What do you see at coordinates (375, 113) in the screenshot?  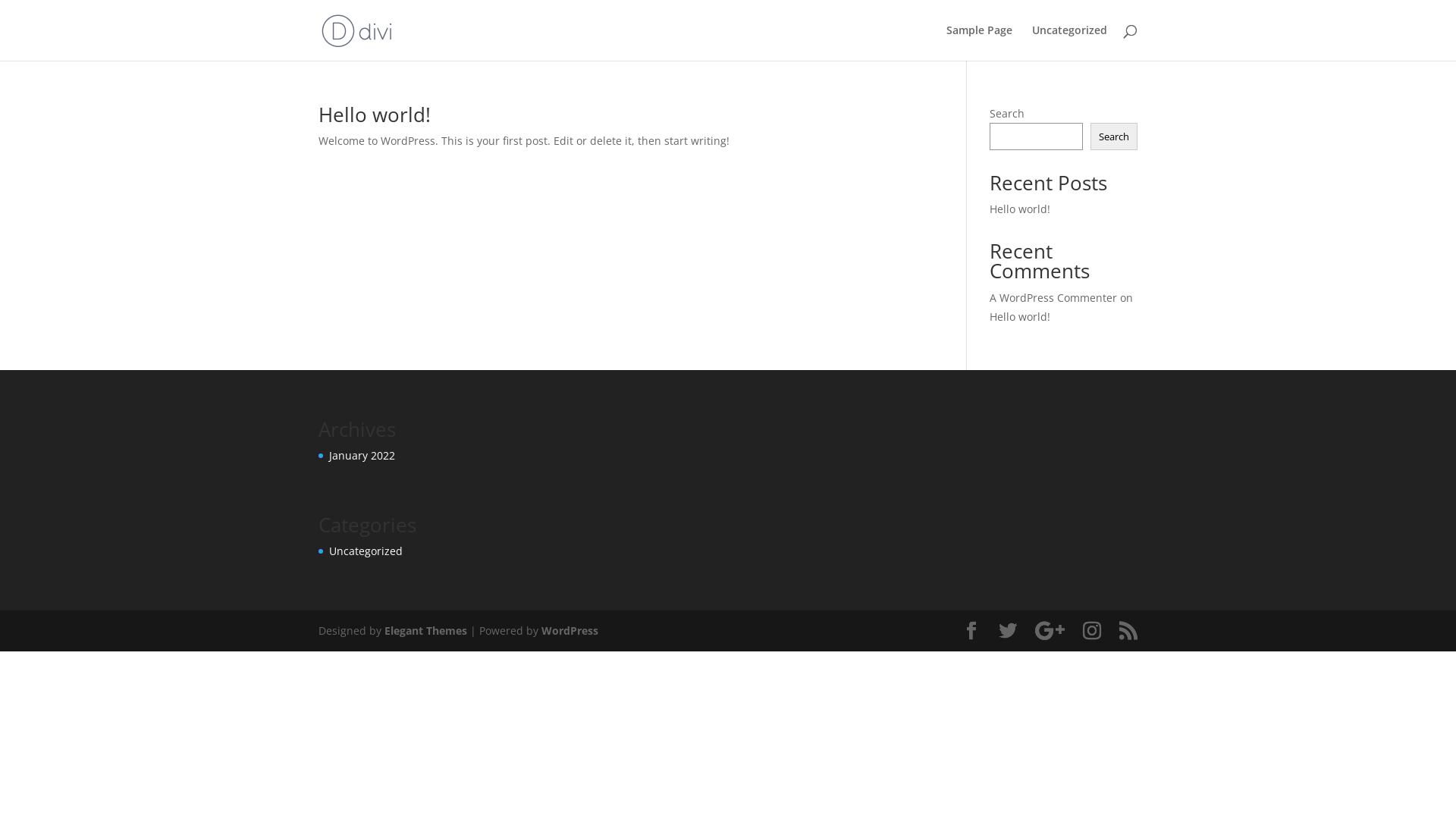 I see `'Hello world!'` at bounding box center [375, 113].